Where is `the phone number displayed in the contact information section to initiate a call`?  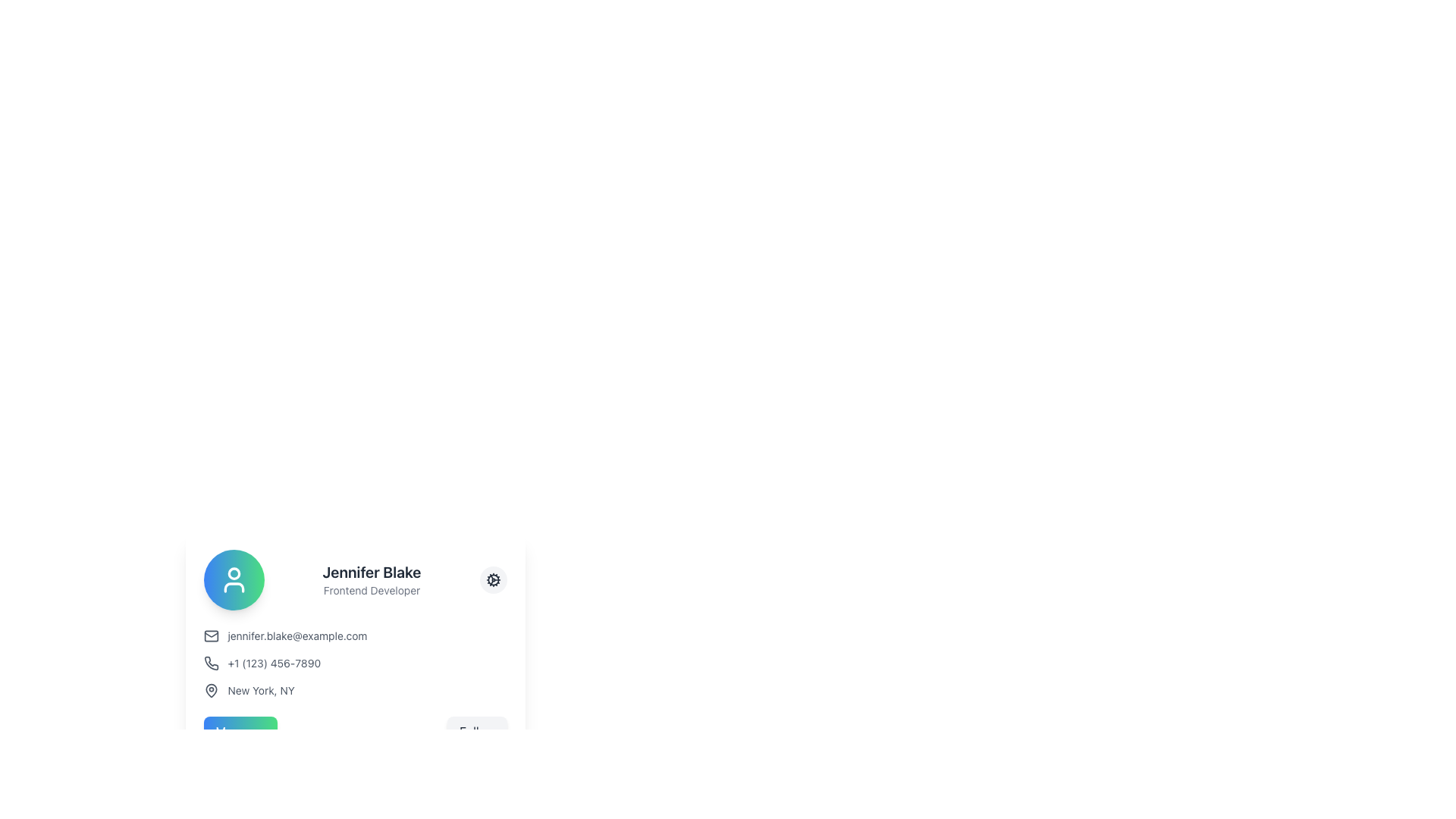
the phone number displayed in the contact information section to initiate a call is located at coordinates (354, 663).